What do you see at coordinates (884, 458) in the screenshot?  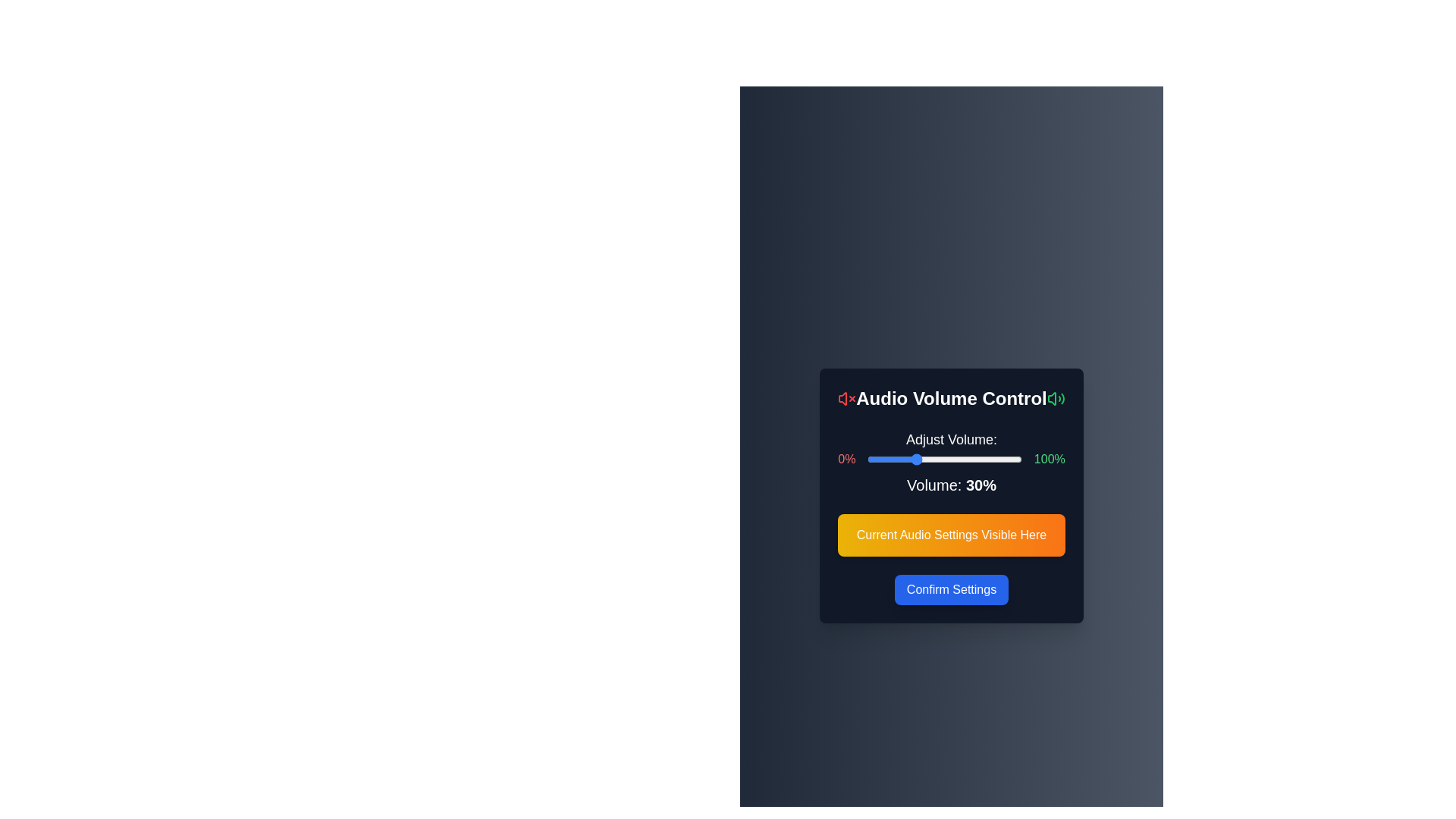 I see `the volume slider to 11%` at bounding box center [884, 458].